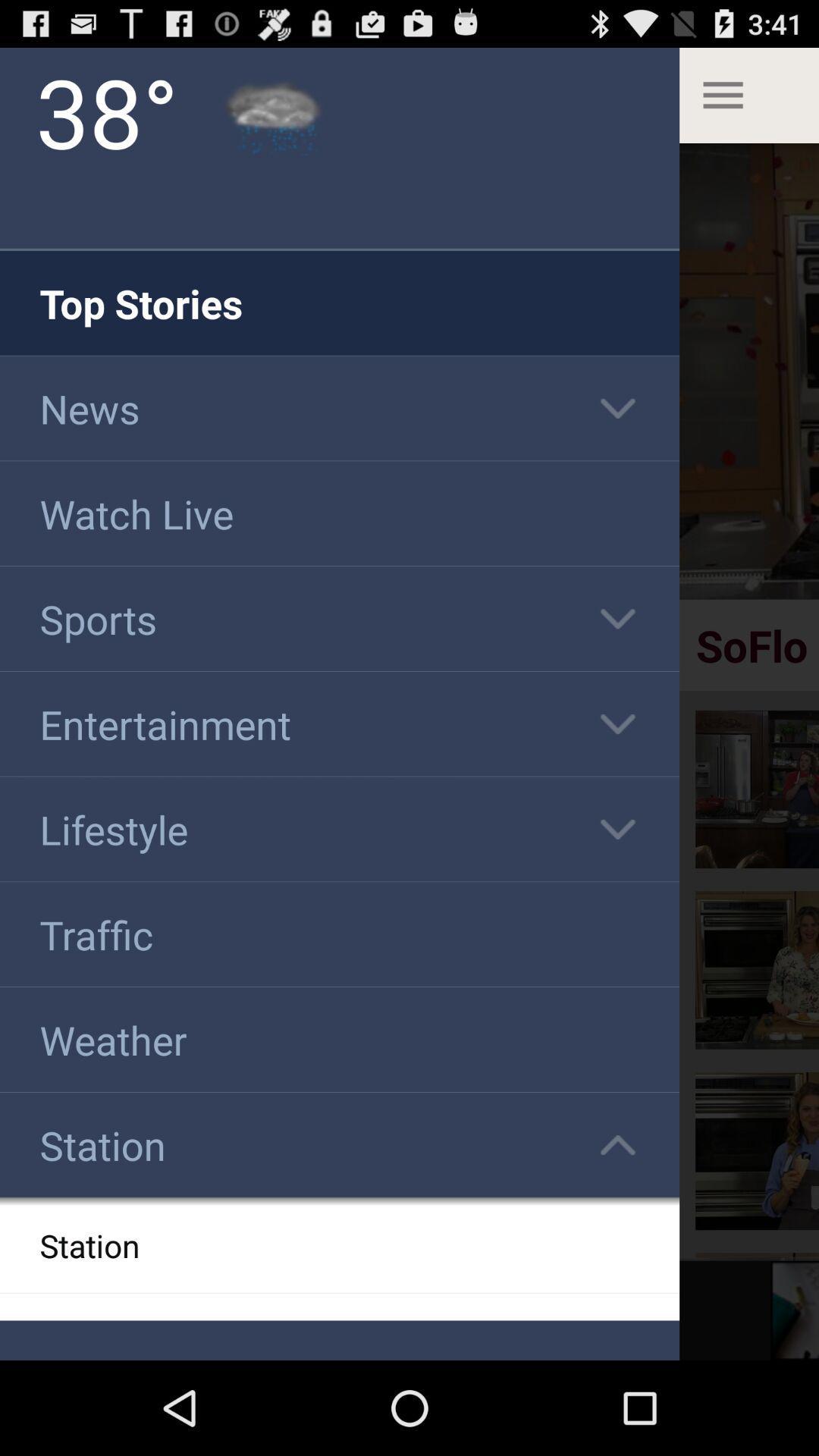 The width and height of the screenshot is (819, 1456). I want to click on the image beside the option traffic, so click(757, 969).